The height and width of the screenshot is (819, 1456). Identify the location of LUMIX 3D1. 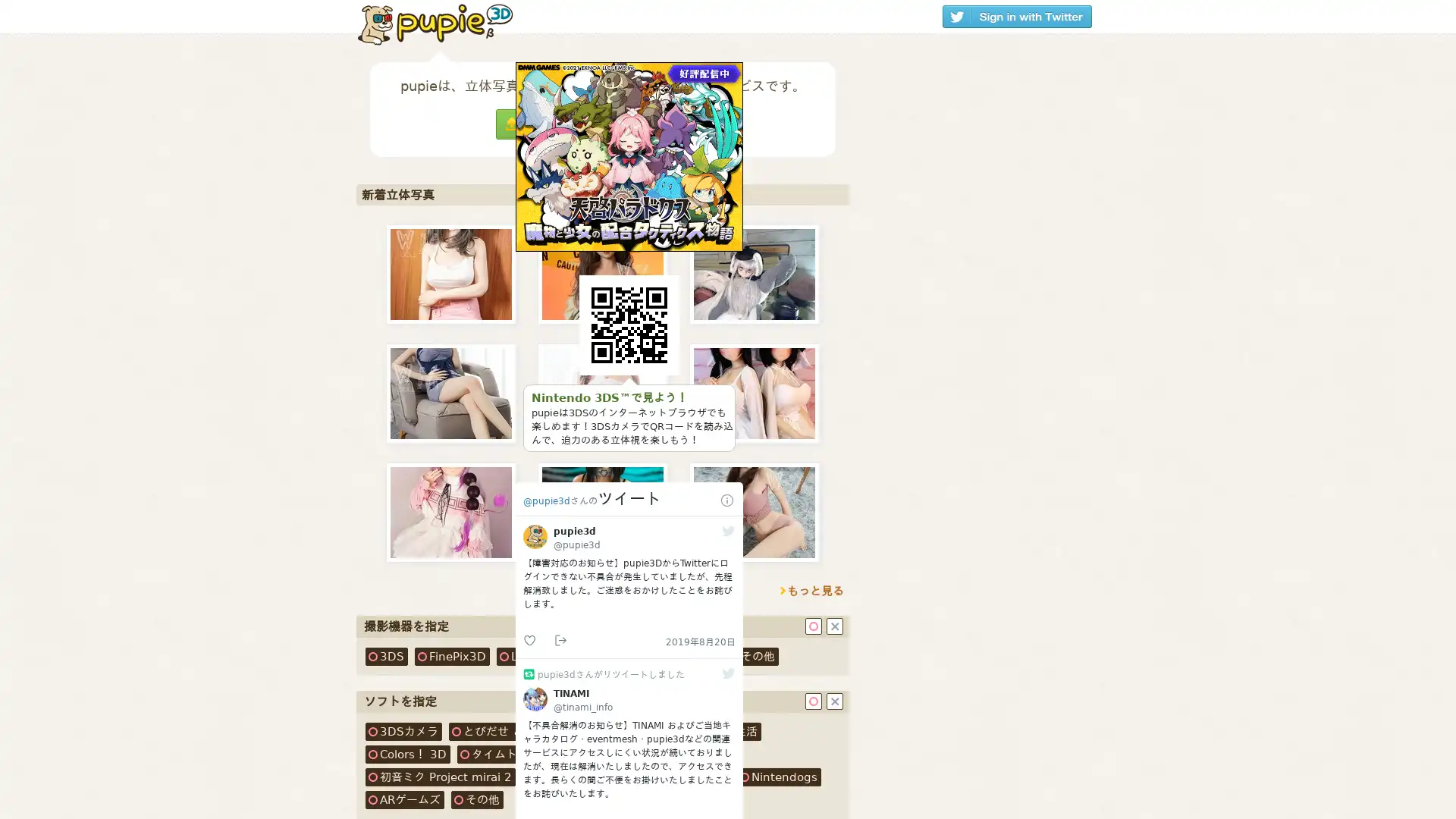
(537, 656).